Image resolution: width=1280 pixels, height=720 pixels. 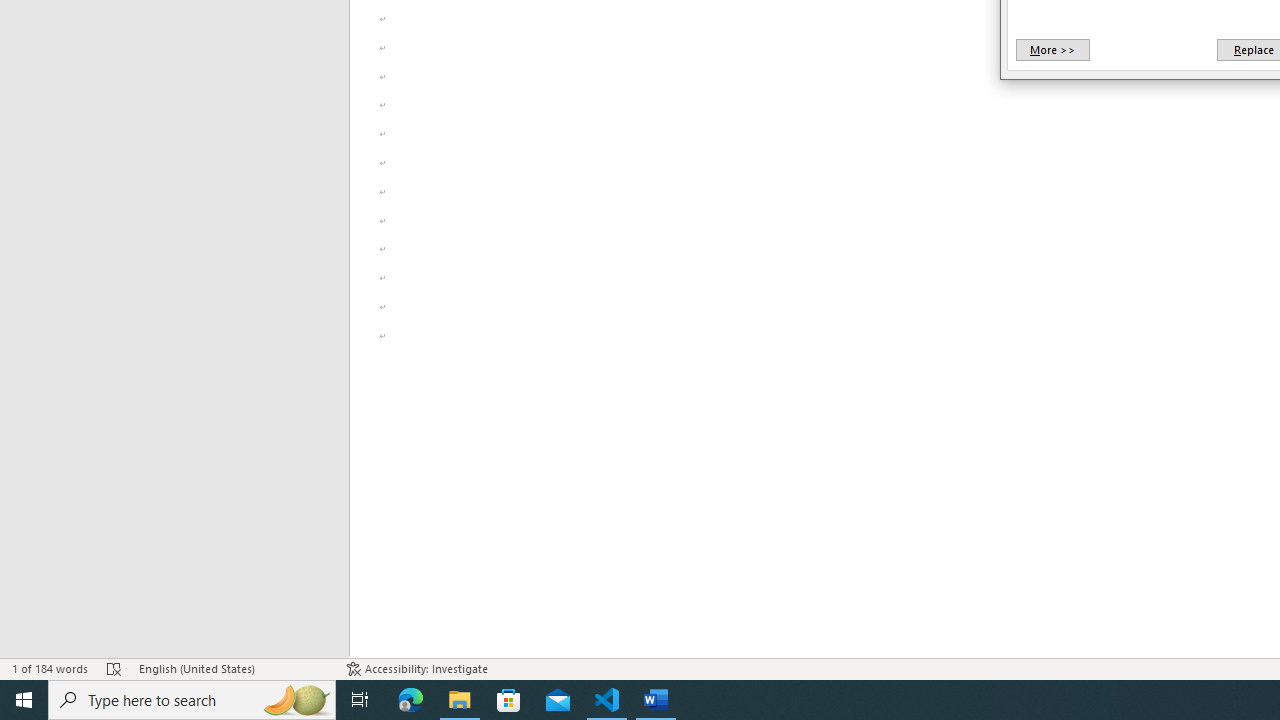 What do you see at coordinates (192, 698) in the screenshot?
I see `'Type here to search'` at bounding box center [192, 698].